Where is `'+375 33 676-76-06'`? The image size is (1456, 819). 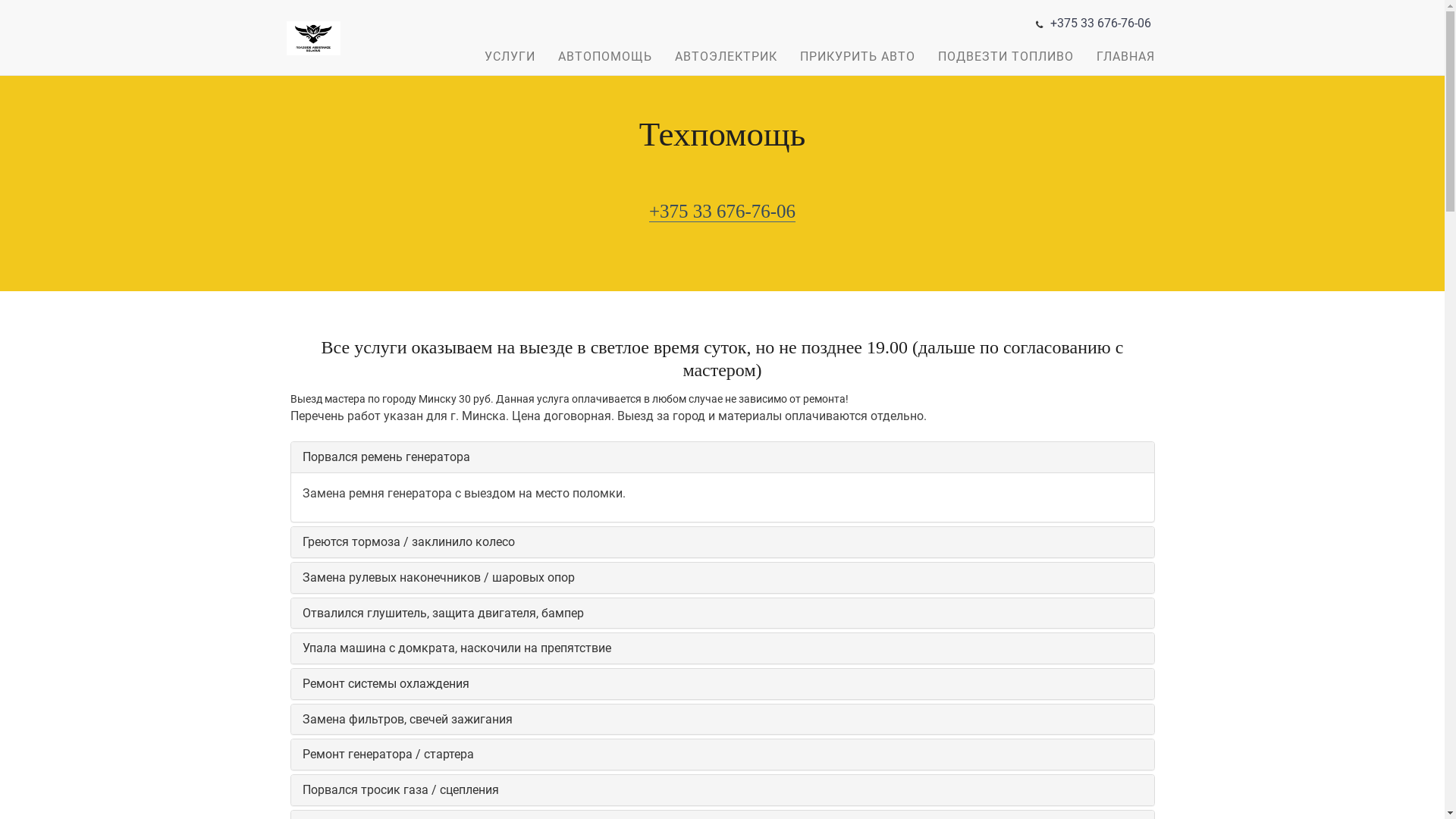
'+375 33 676-76-06' is located at coordinates (1100, 23).